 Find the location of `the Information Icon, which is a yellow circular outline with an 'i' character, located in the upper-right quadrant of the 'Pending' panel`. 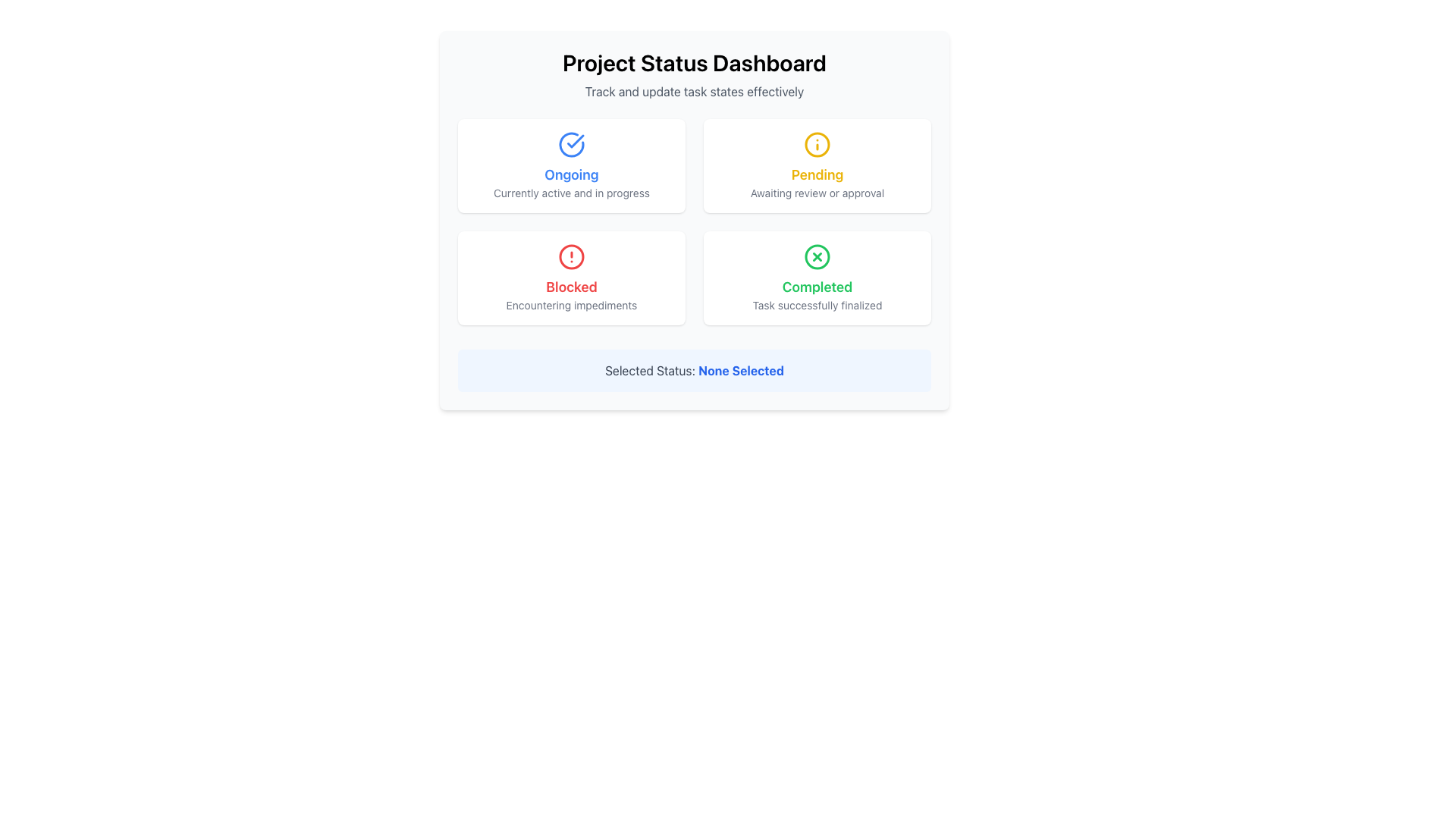

the Information Icon, which is a yellow circular outline with an 'i' character, located in the upper-right quadrant of the 'Pending' panel is located at coordinates (817, 145).